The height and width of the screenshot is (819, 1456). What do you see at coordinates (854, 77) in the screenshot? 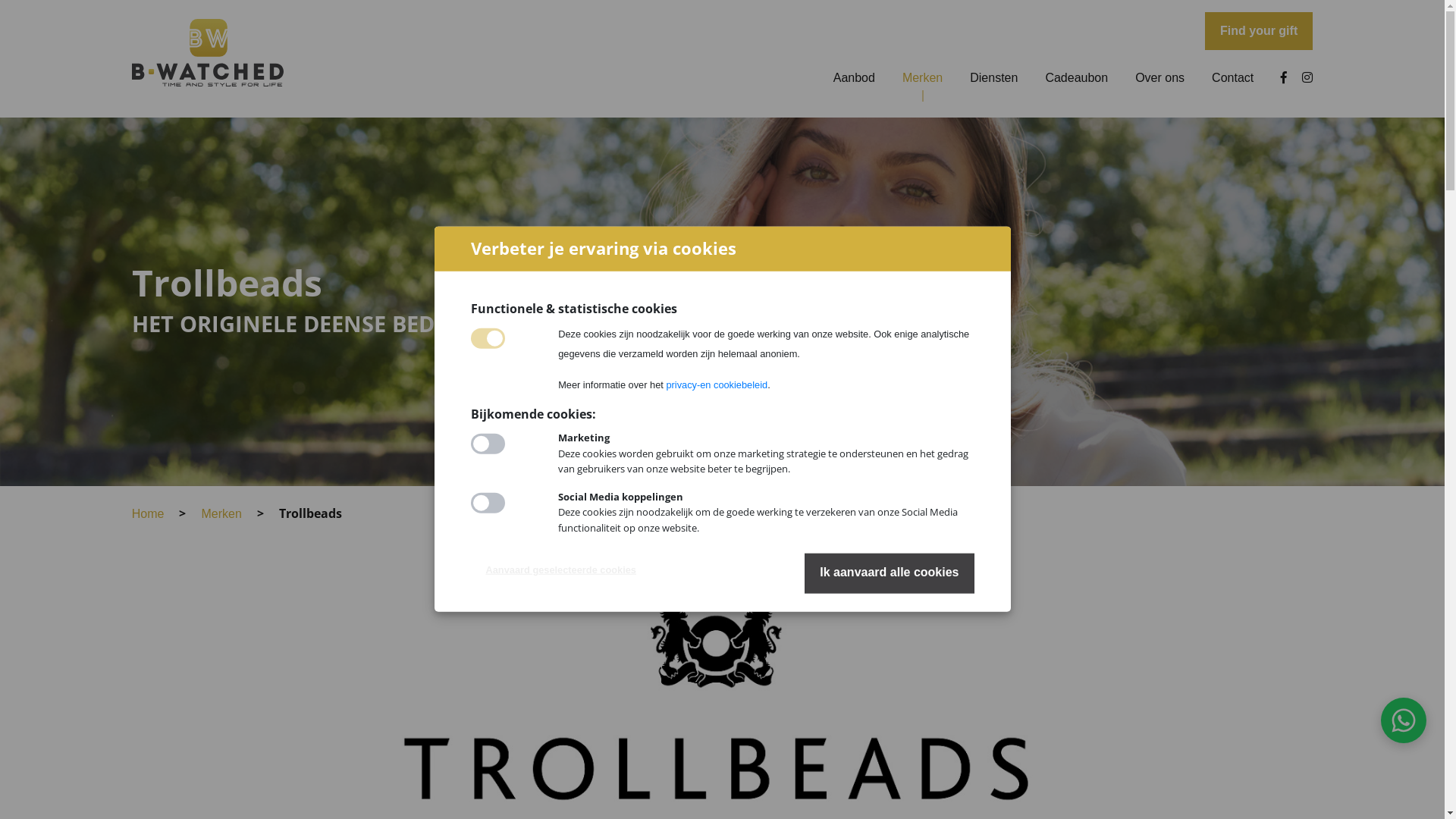
I see `'Aanbod'` at bounding box center [854, 77].